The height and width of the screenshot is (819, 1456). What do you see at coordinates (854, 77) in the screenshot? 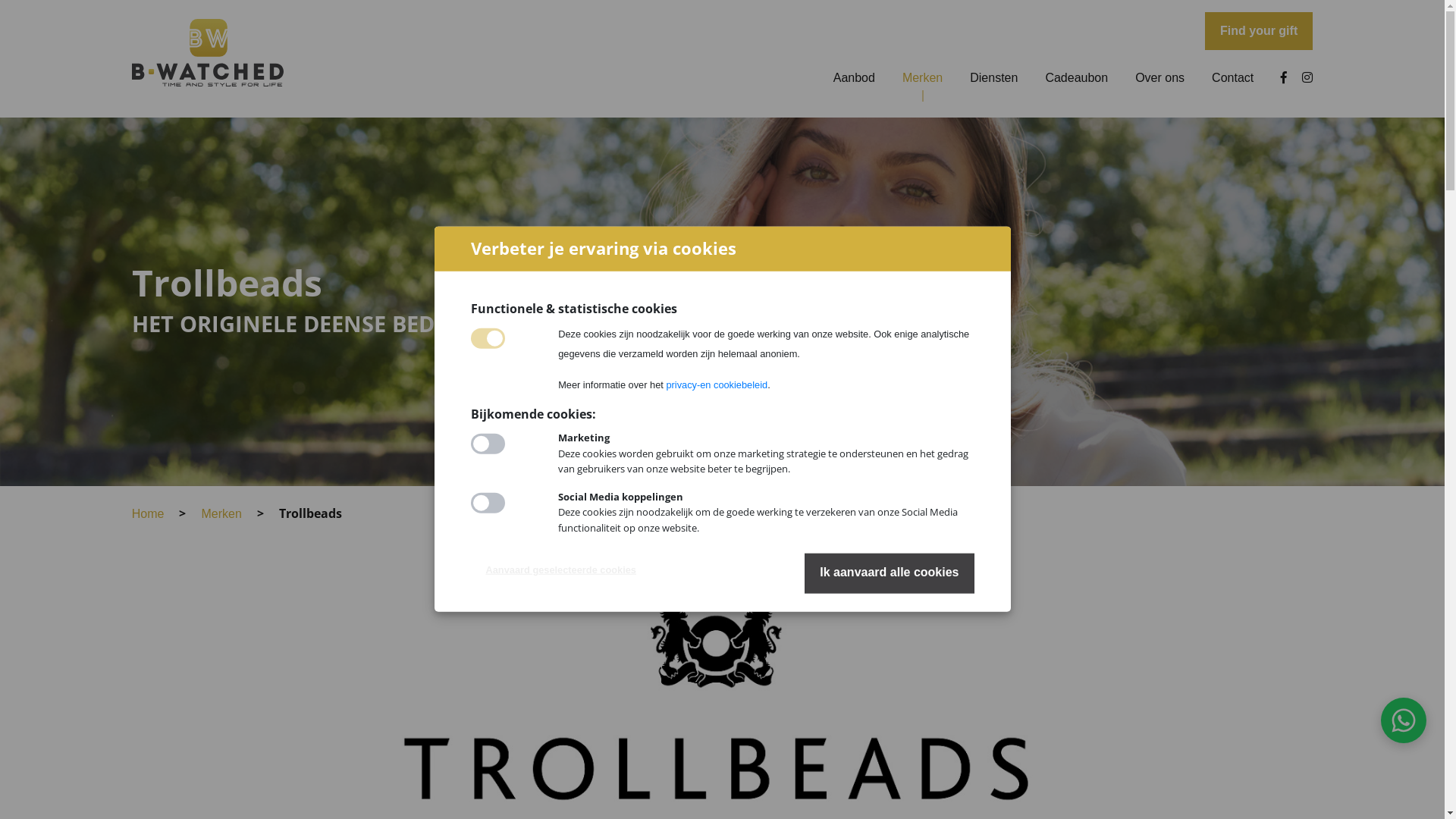
I see `'Aanbod'` at bounding box center [854, 77].